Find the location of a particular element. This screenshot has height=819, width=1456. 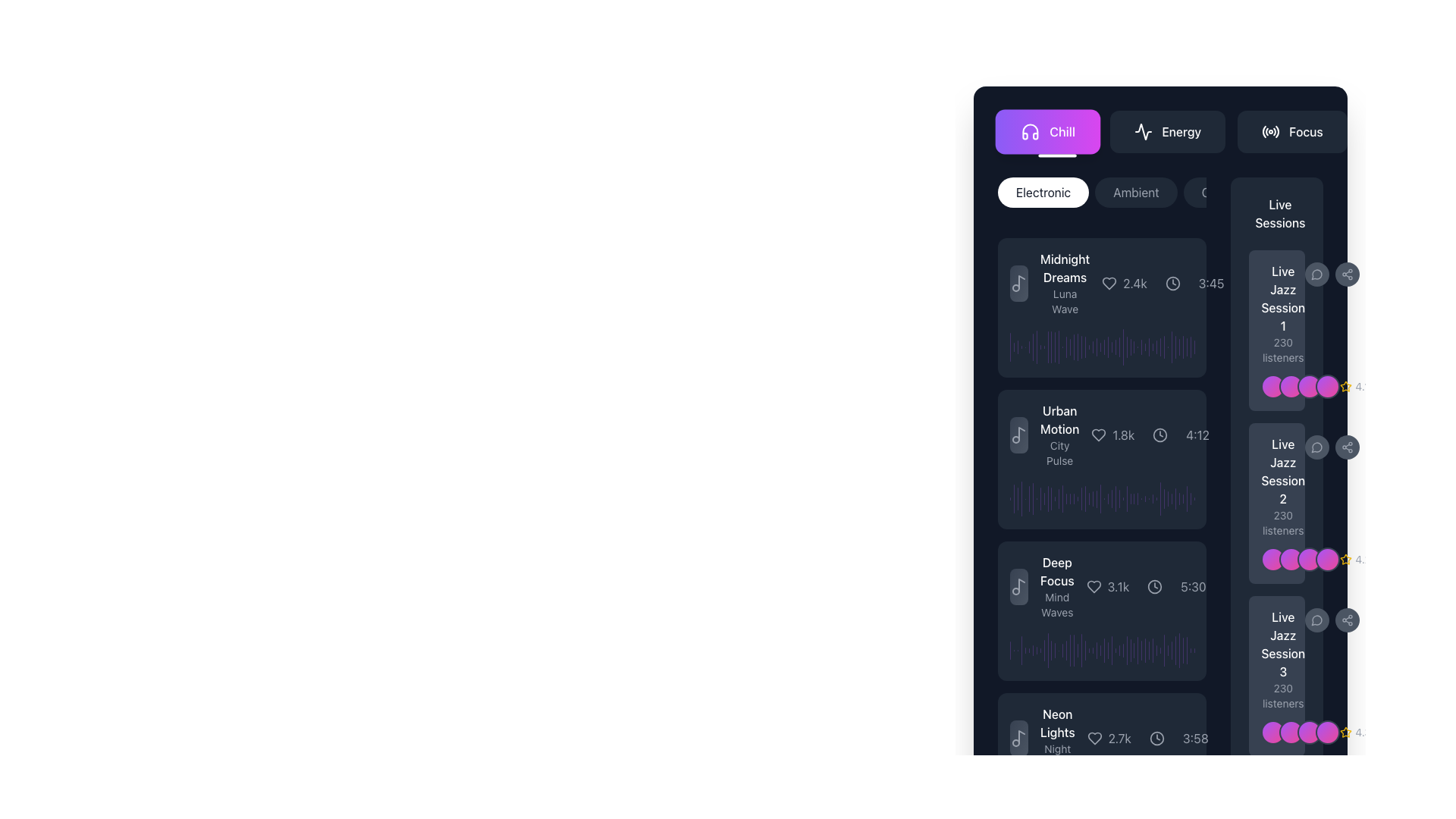

the 36th vertical purple bar in the right-hand column of the graph is located at coordinates (1156, 347).